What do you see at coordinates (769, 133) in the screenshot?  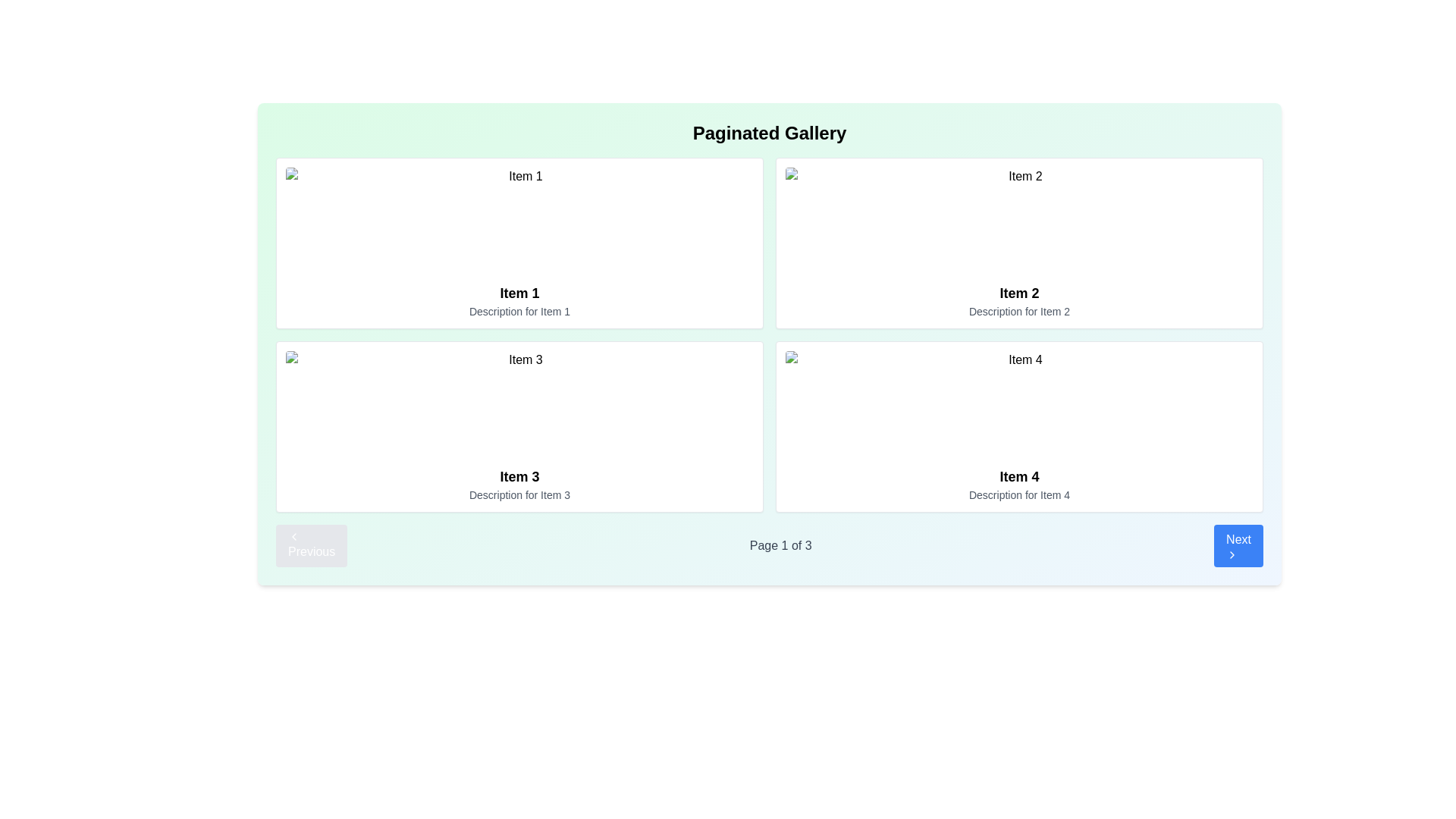 I see `the 'Paginated Gallery' text label, which is a bold and centered text element located at the top of the gallery interface` at bounding box center [769, 133].